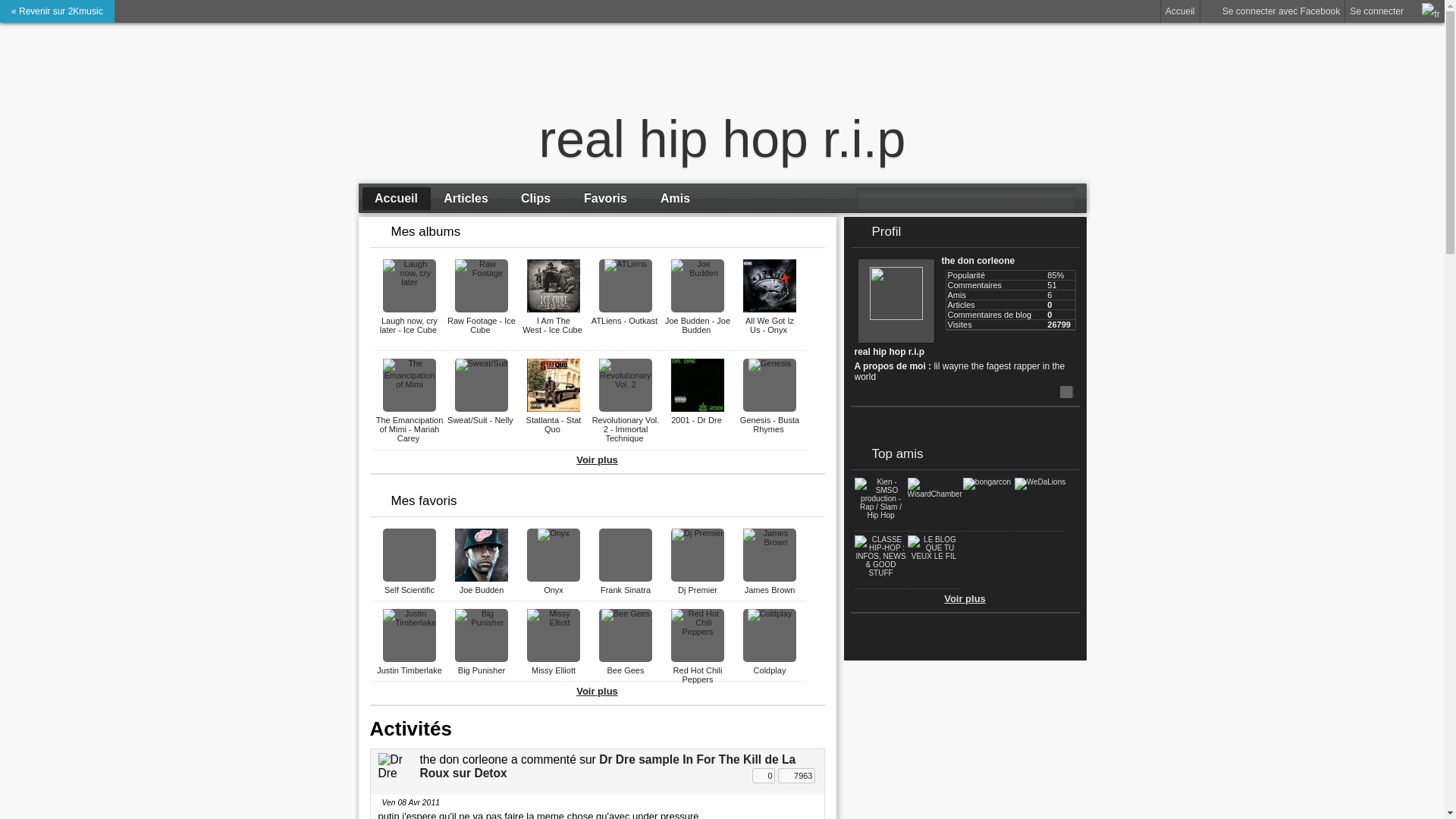 The width and height of the screenshot is (1456, 819). I want to click on 'Frank Sinatra', so click(626, 589).